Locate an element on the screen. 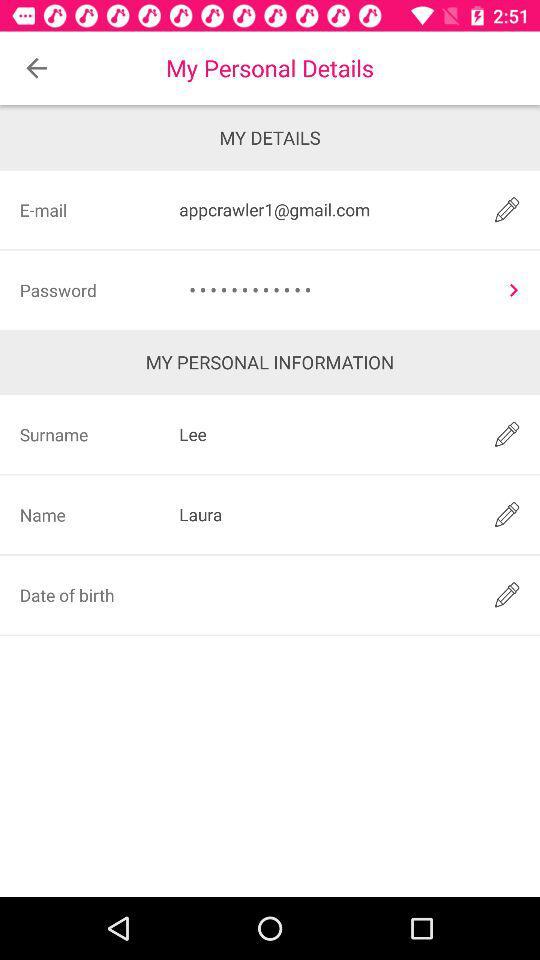 Image resolution: width=540 pixels, height=960 pixels. edit name field is located at coordinates (507, 513).